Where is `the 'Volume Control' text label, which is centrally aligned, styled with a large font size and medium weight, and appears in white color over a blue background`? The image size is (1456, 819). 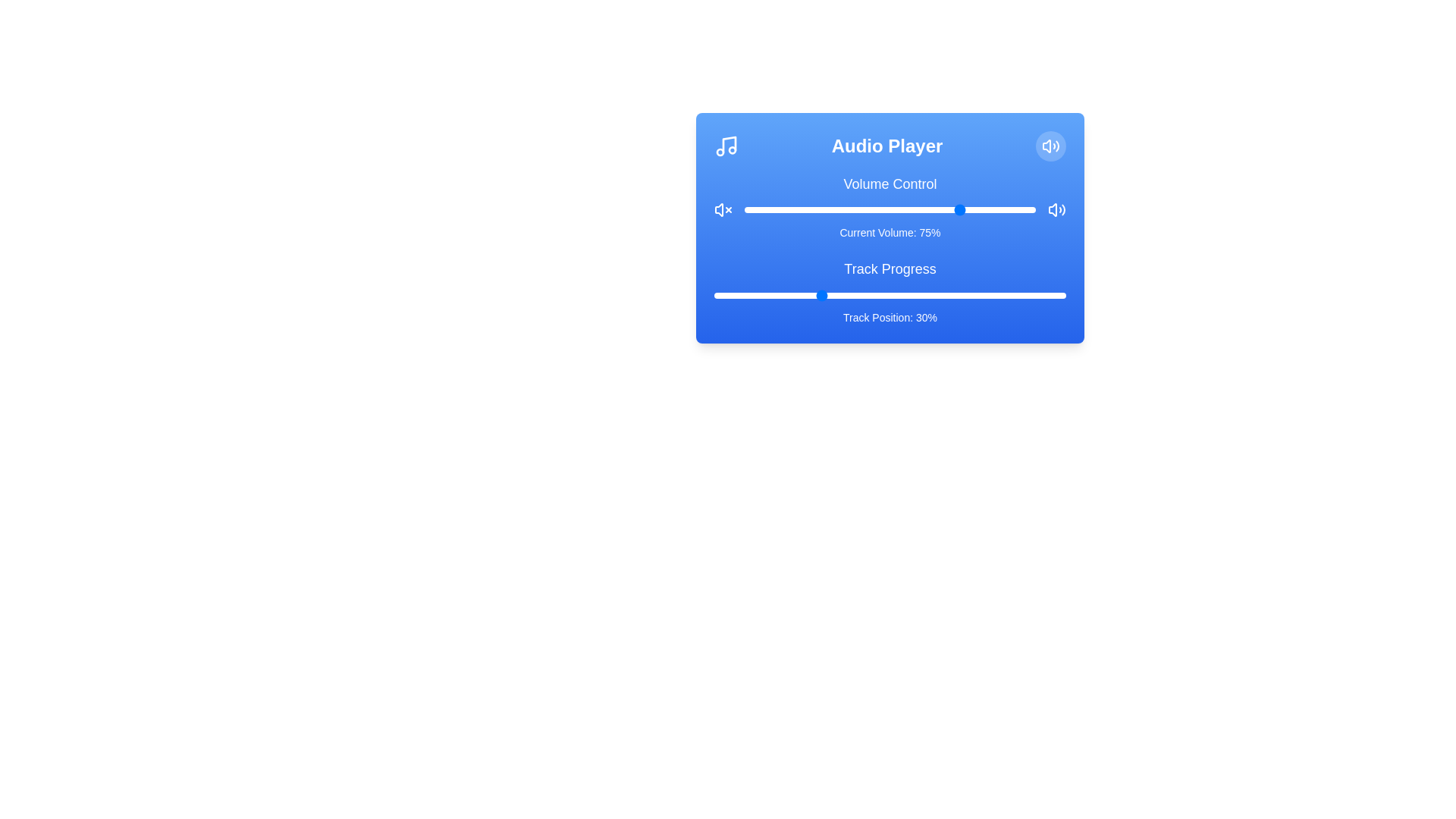 the 'Volume Control' text label, which is centrally aligned, styled with a large font size and medium weight, and appears in white color over a blue background is located at coordinates (890, 184).